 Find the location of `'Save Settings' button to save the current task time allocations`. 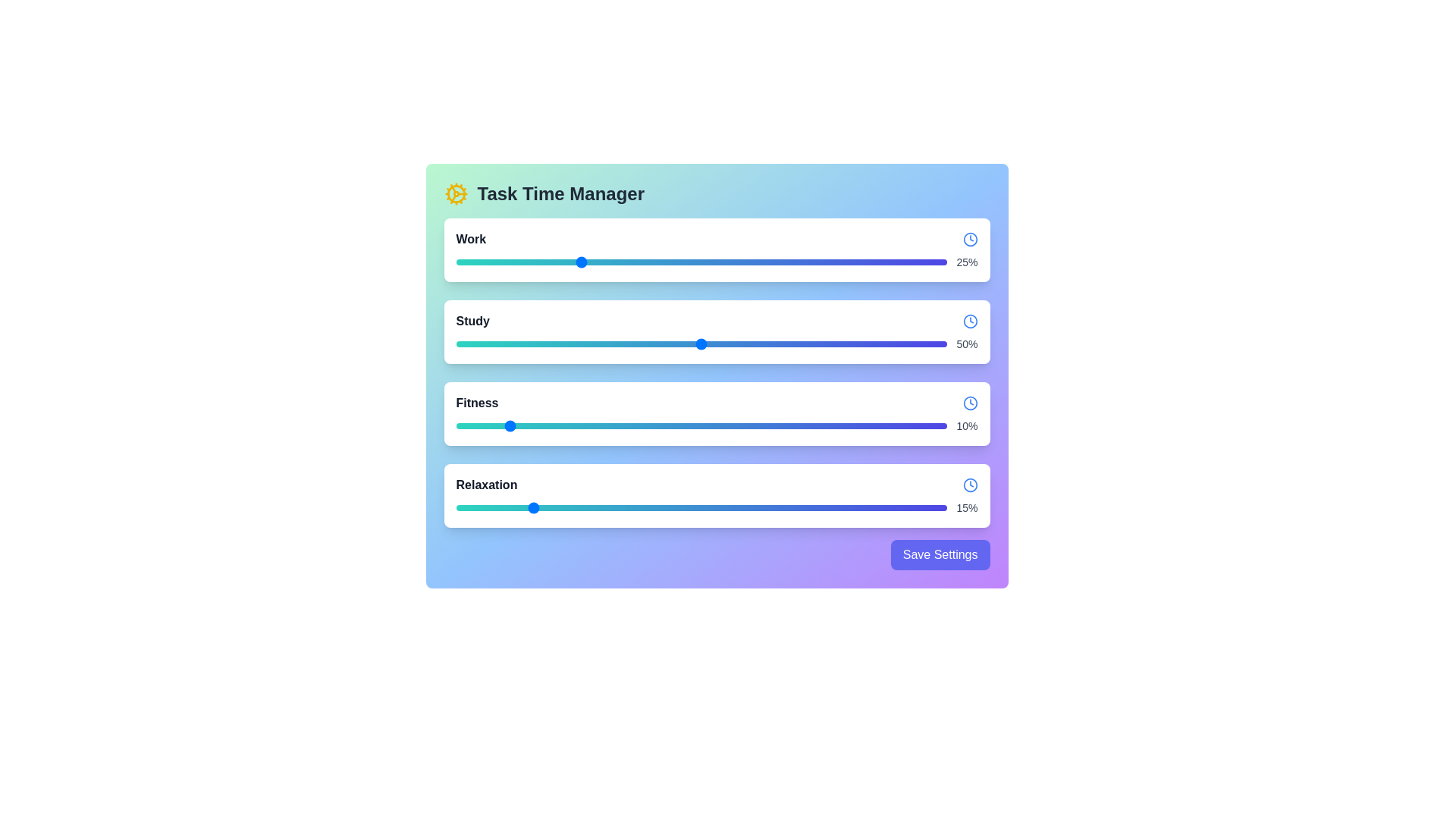

'Save Settings' button to save the current task time allocations is located at coordinates (939, 555).